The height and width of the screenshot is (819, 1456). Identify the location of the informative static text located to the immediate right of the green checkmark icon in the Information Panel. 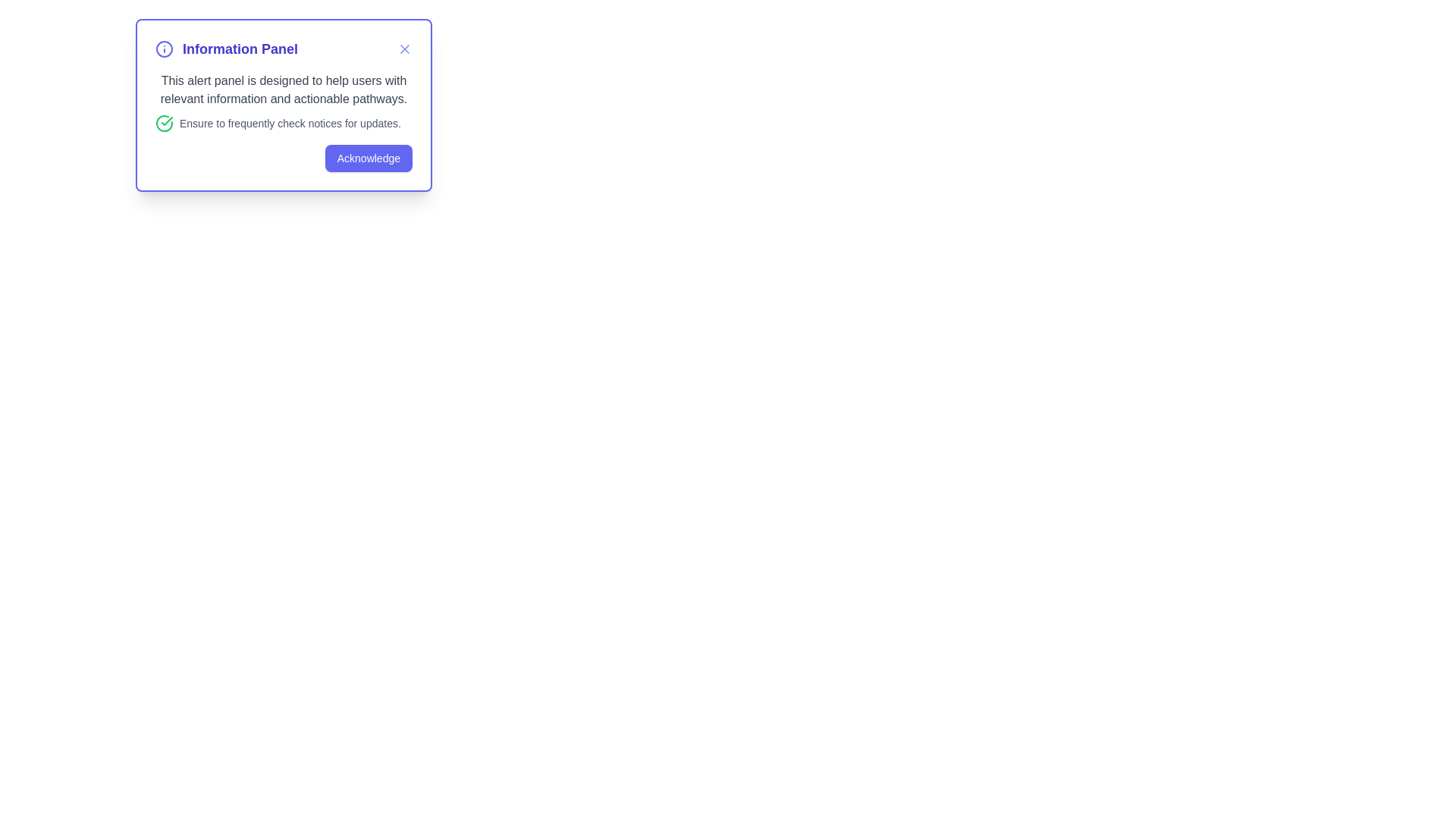
(290, 122).